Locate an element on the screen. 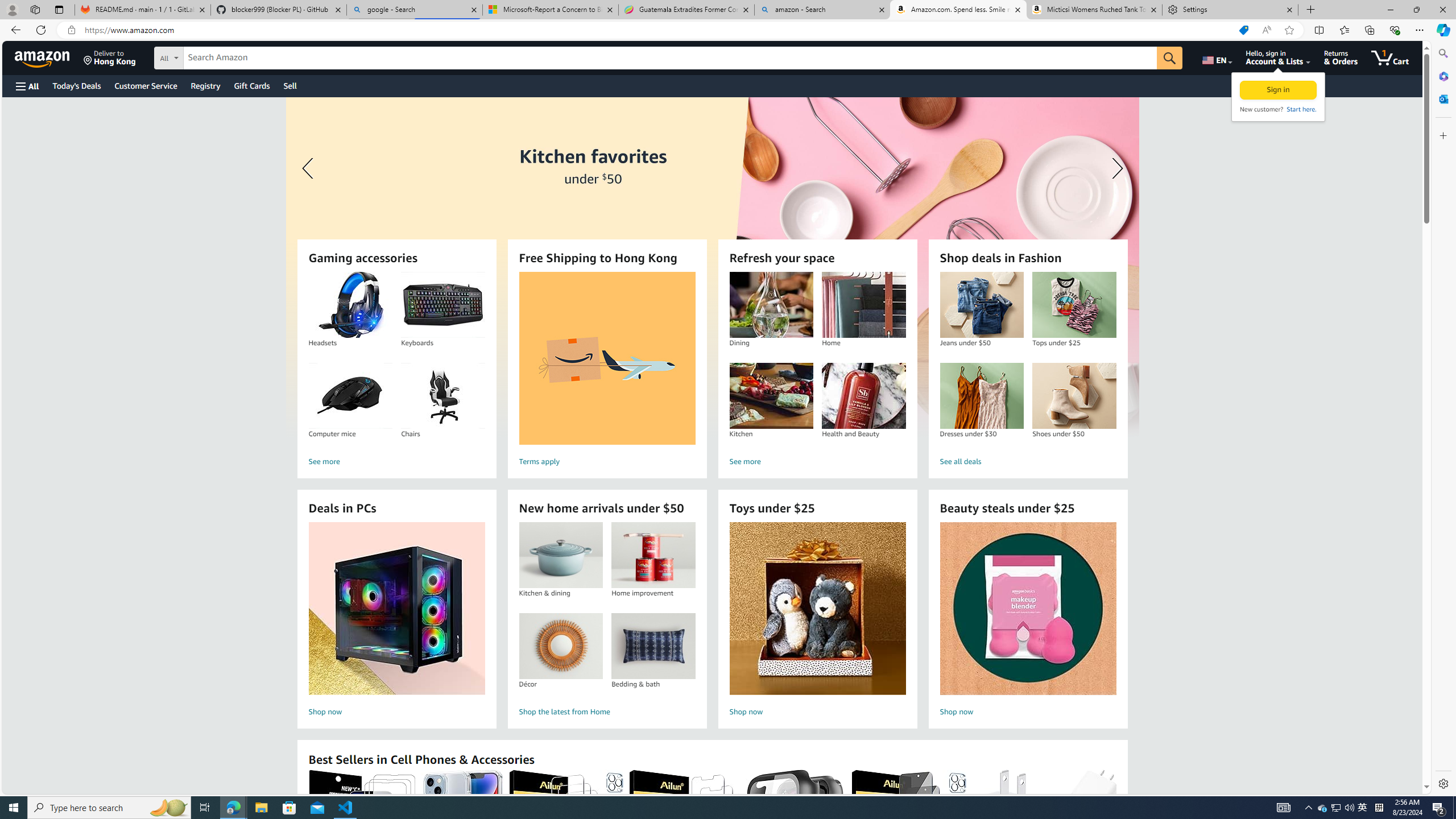  'Free Shipping to Hong Kong Terms apply' is located at coordinates (607, 370).